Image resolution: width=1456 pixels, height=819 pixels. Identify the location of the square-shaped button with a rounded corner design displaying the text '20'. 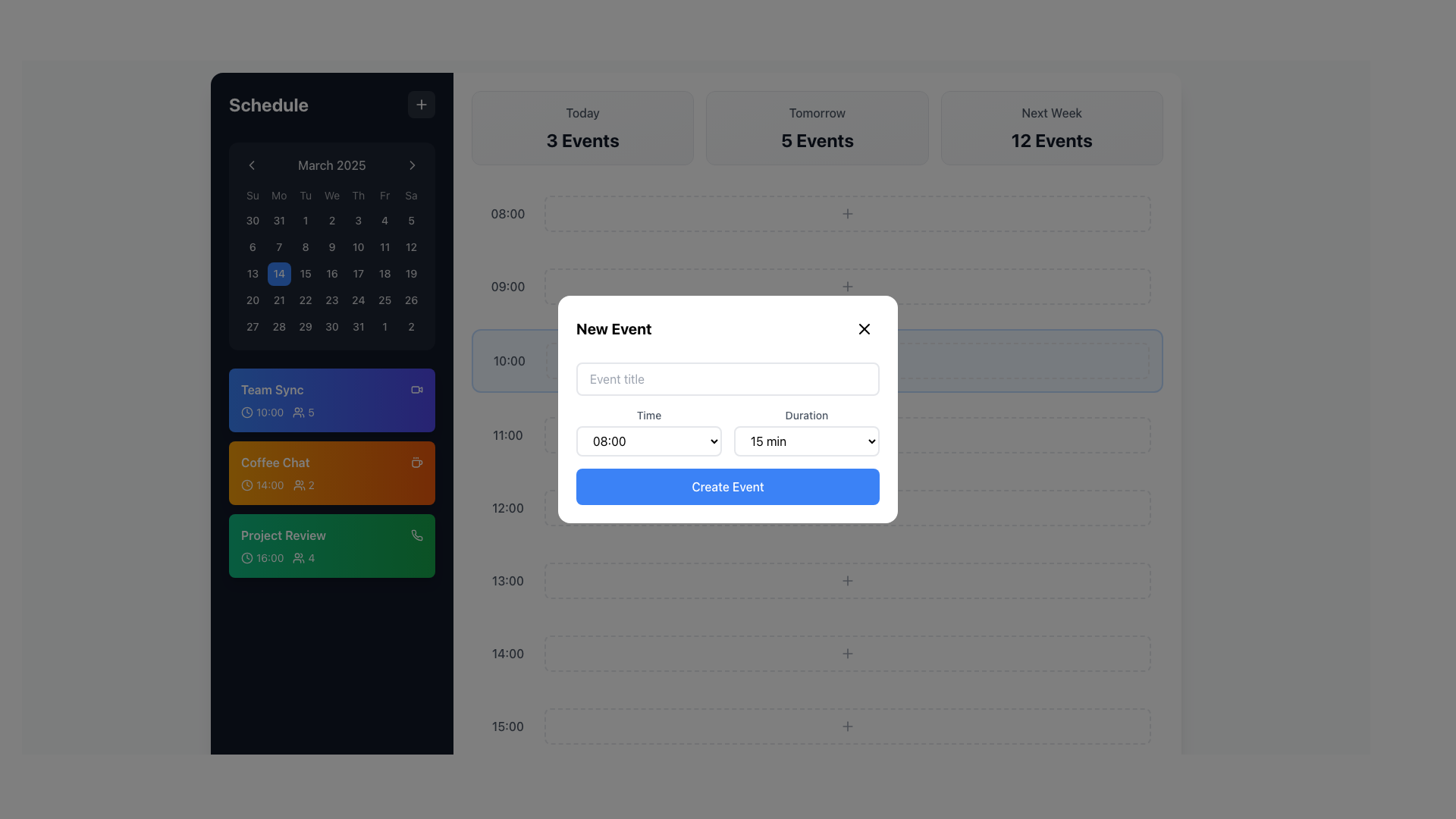
(253, 300).